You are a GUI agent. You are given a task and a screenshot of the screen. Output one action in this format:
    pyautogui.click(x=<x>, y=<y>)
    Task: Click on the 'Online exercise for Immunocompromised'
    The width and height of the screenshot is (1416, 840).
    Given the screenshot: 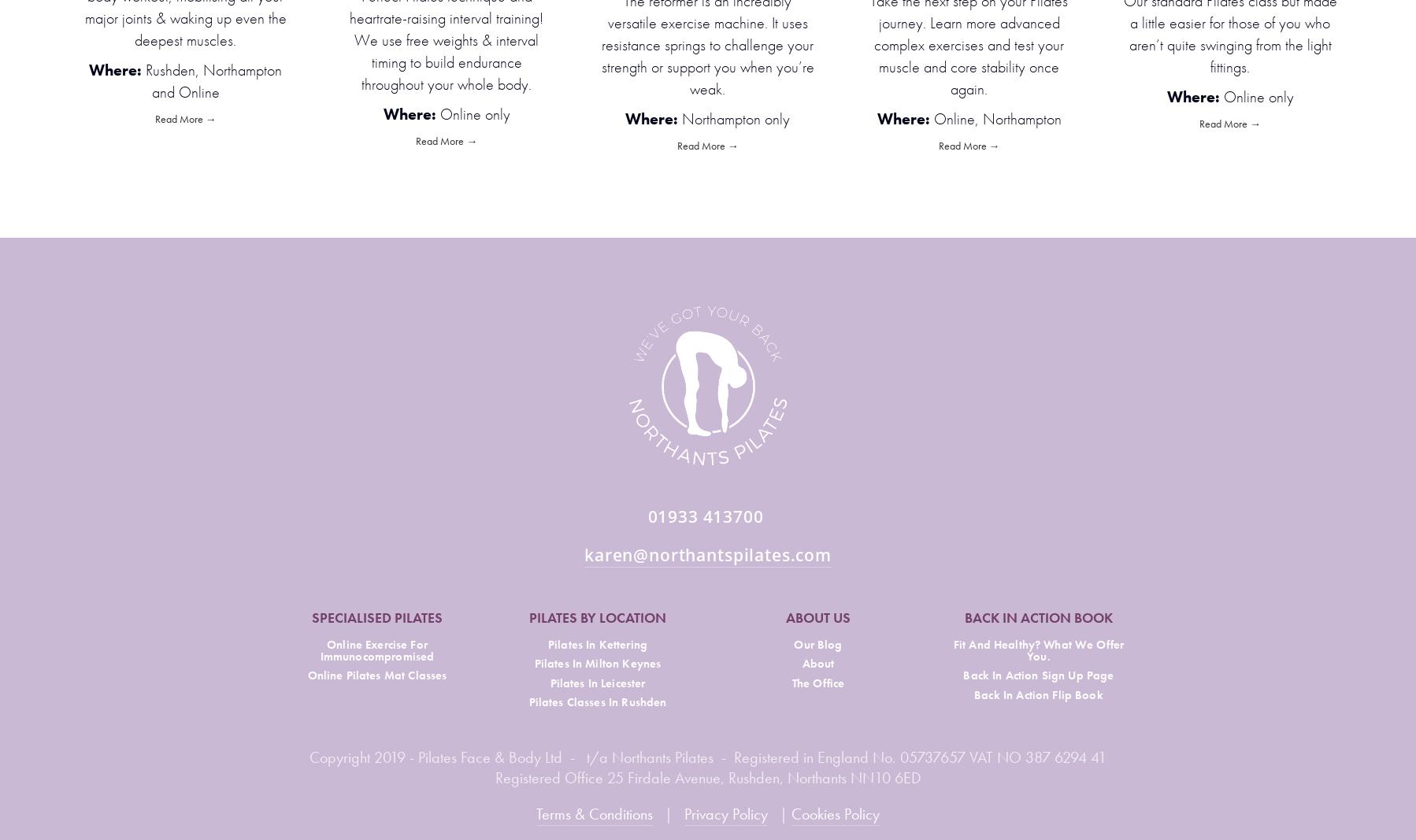 What is the action you would take?
    pyautogui.click(x=376, y=649)
    